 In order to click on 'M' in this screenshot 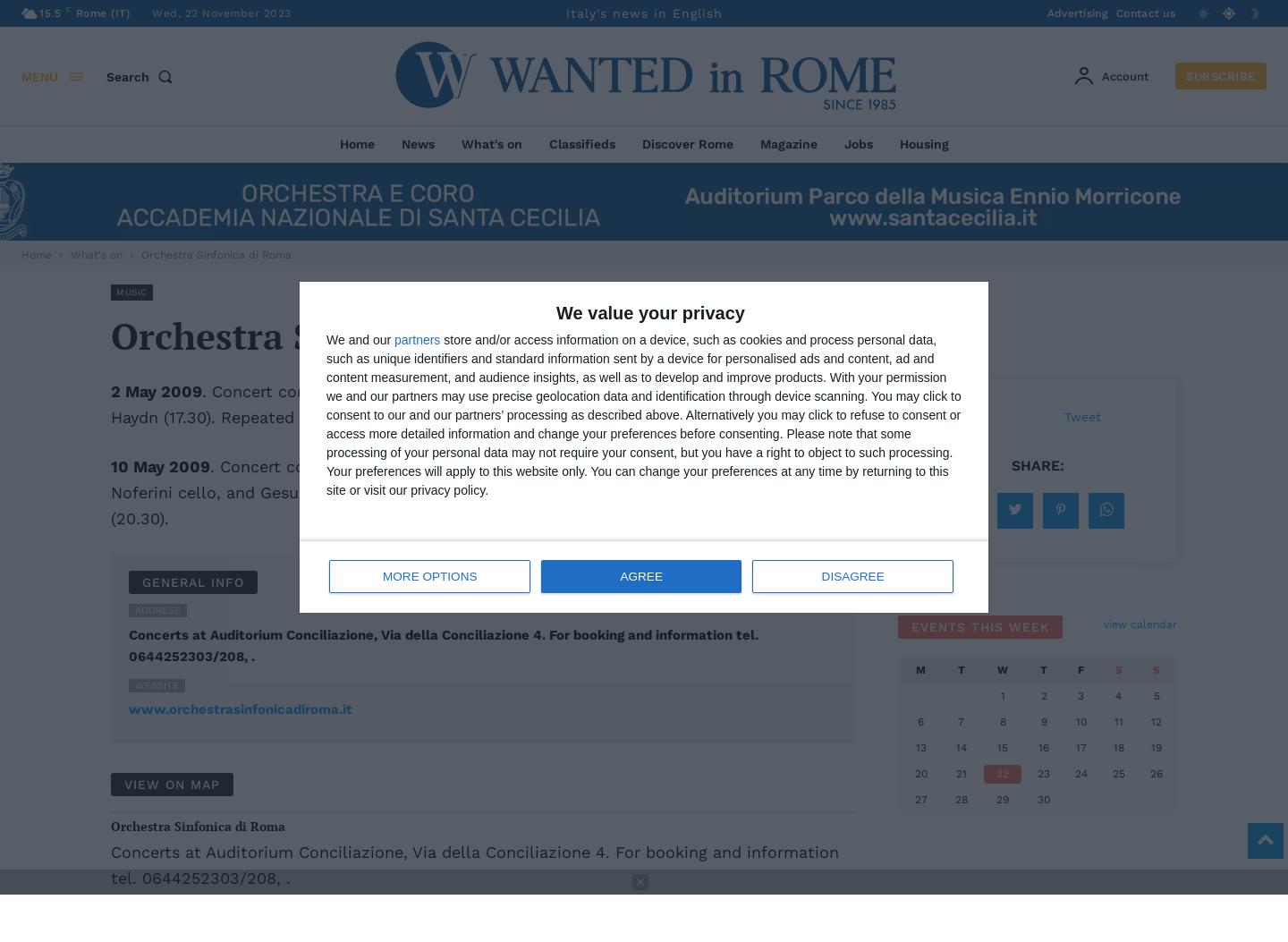, I will do `click(920, 668)`.